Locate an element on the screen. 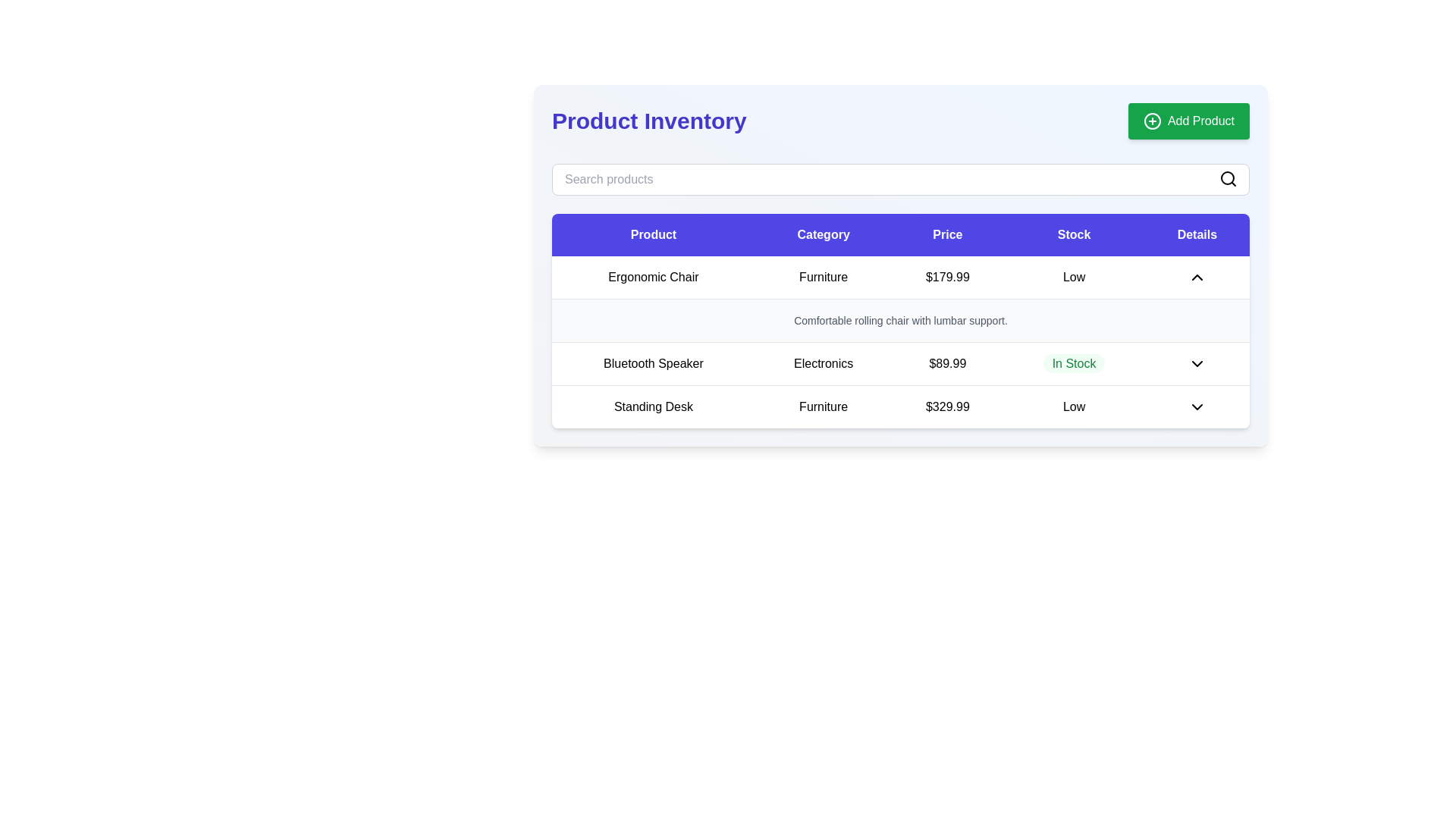  the downward-pointing chevron icon in the 'Details' column of the second row of the table is located at coordinates (1196, 363).